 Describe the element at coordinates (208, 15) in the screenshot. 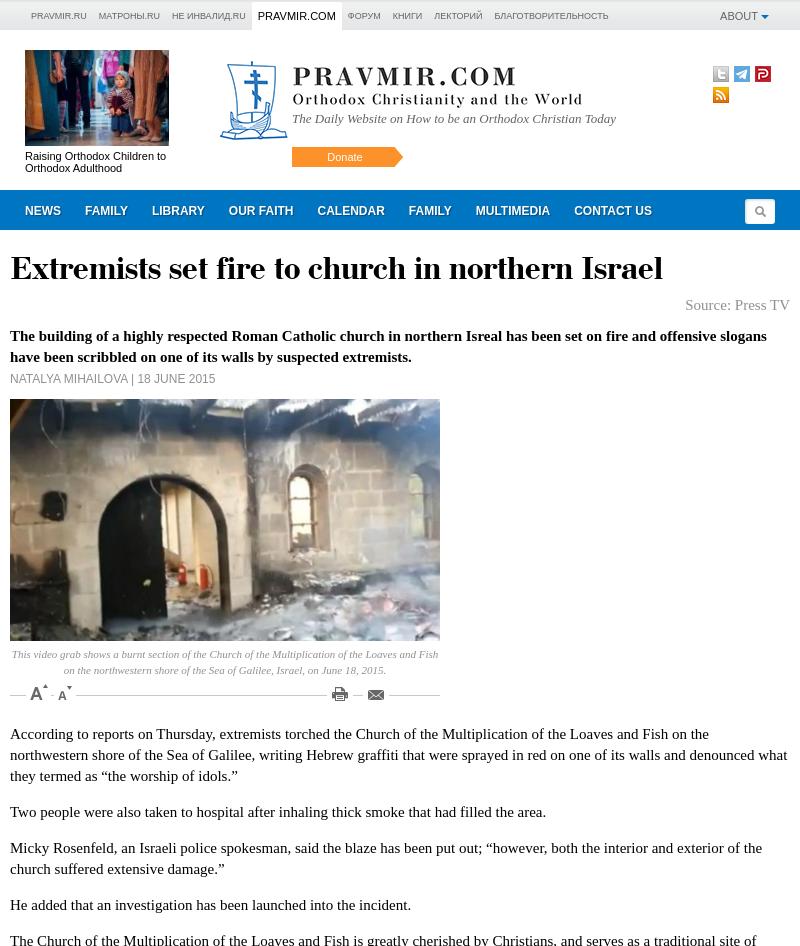

I see `'Не инвалид.RU'` at that location.